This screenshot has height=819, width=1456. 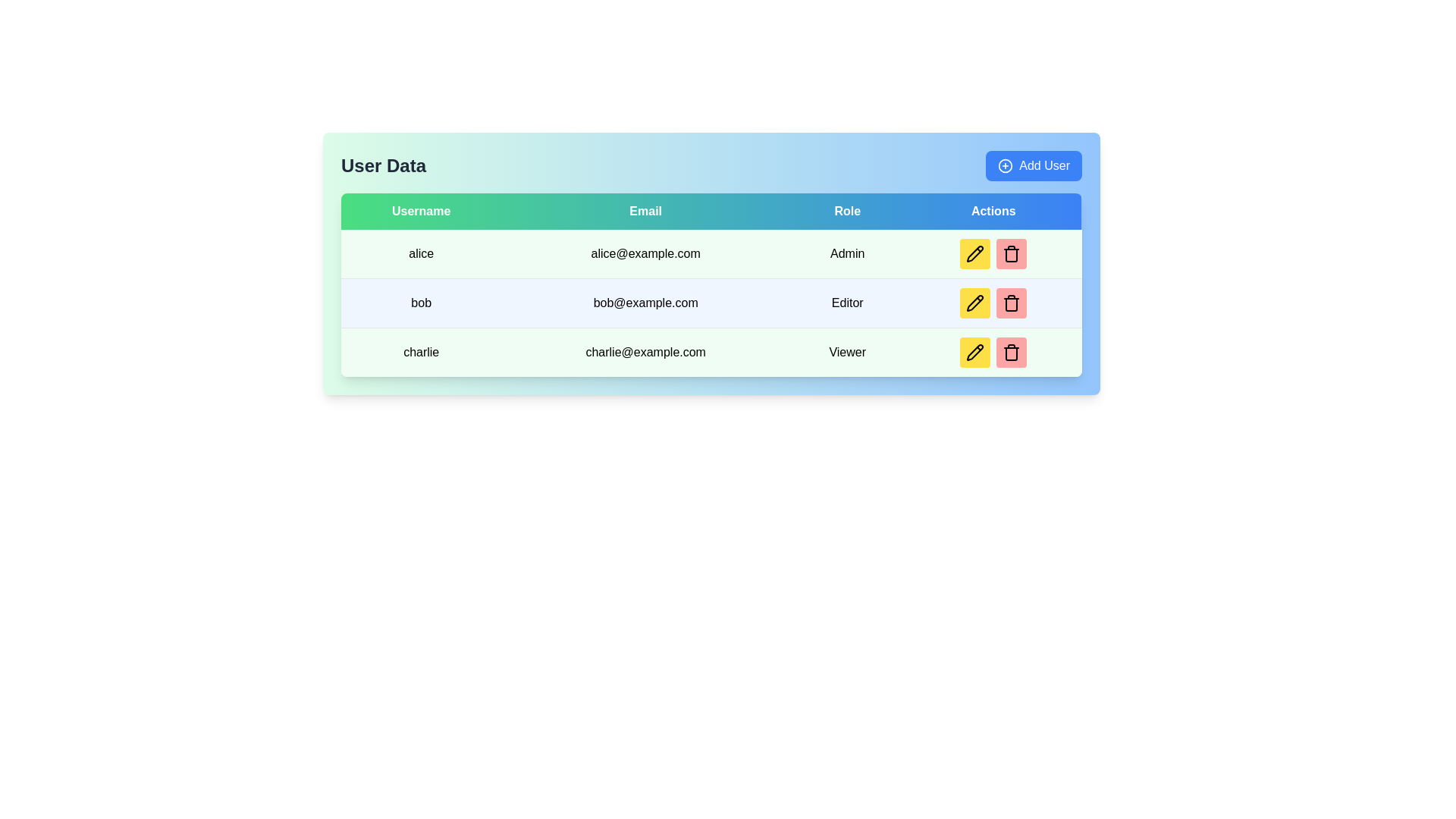 I want to click on the pencil-shaped icon with a yellow background and black outlines located in the last column of the first row of the table, so click(x=975, y=253).